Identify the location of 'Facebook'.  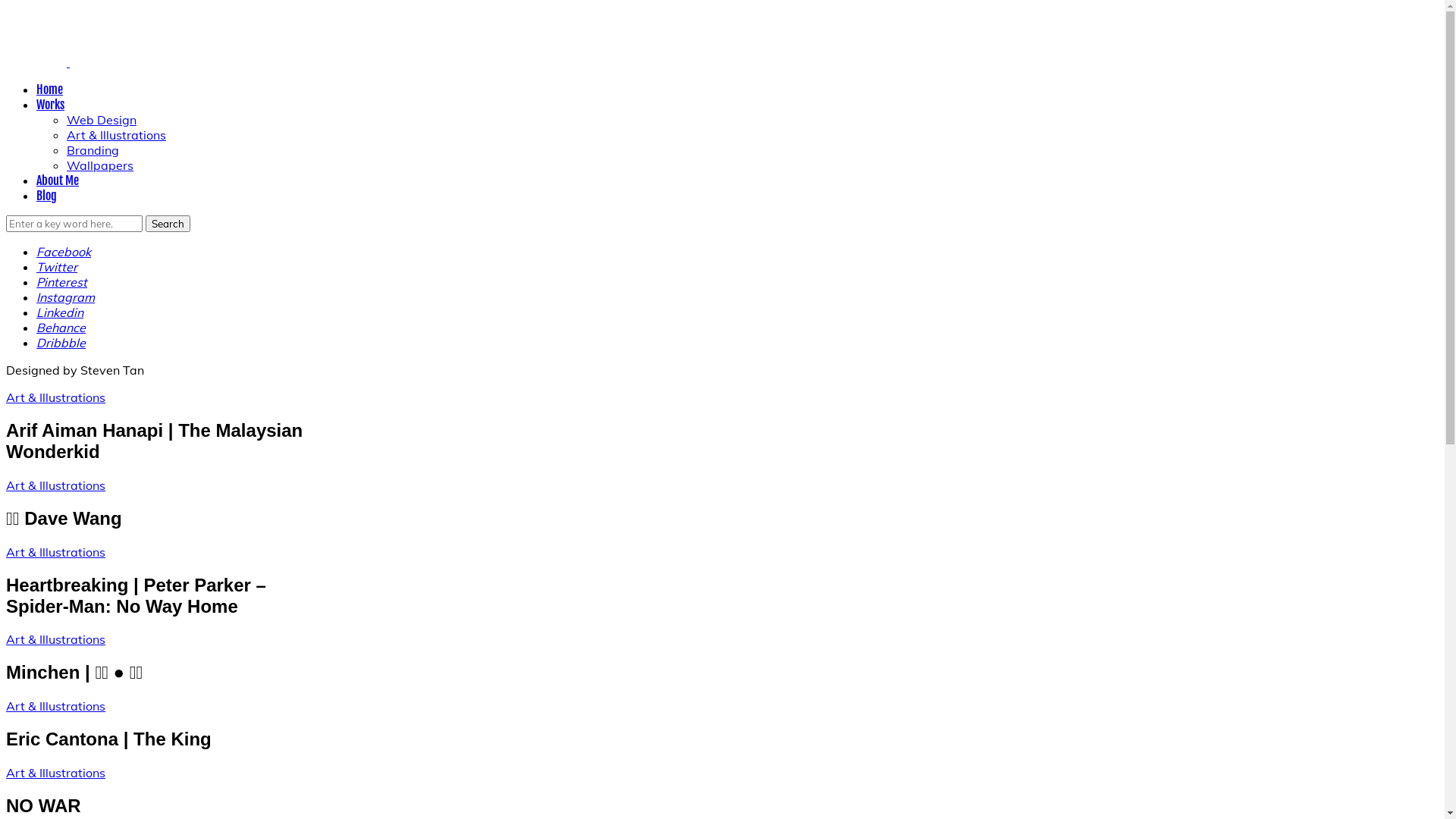
(62, 250).